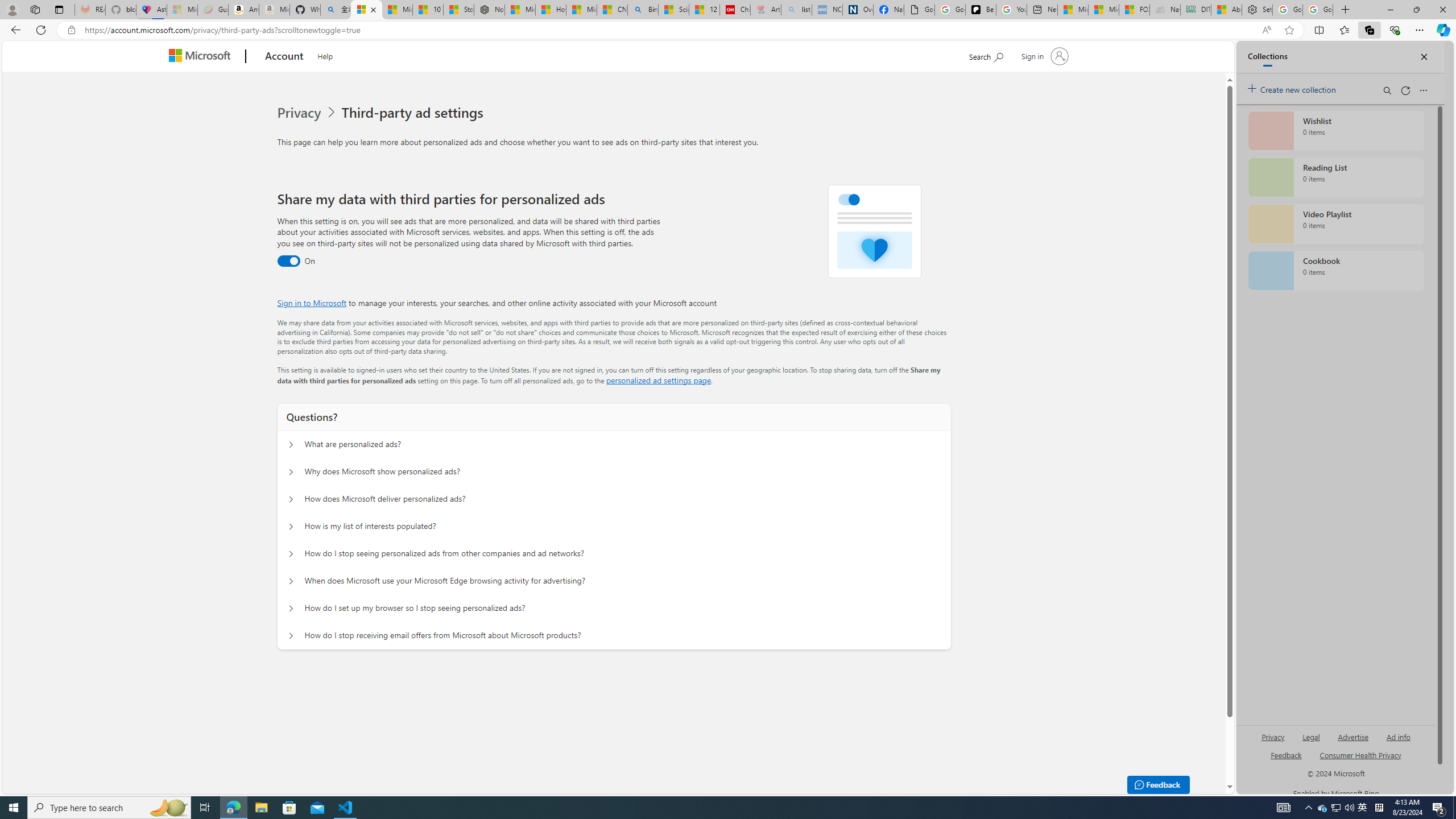 The width and height of the screenshot is (1456, 819). Describe the element at coordinates (289, 472) in the screenshot. I see `'Questions? Why does Microsoft show personalized ads?'` at that location.